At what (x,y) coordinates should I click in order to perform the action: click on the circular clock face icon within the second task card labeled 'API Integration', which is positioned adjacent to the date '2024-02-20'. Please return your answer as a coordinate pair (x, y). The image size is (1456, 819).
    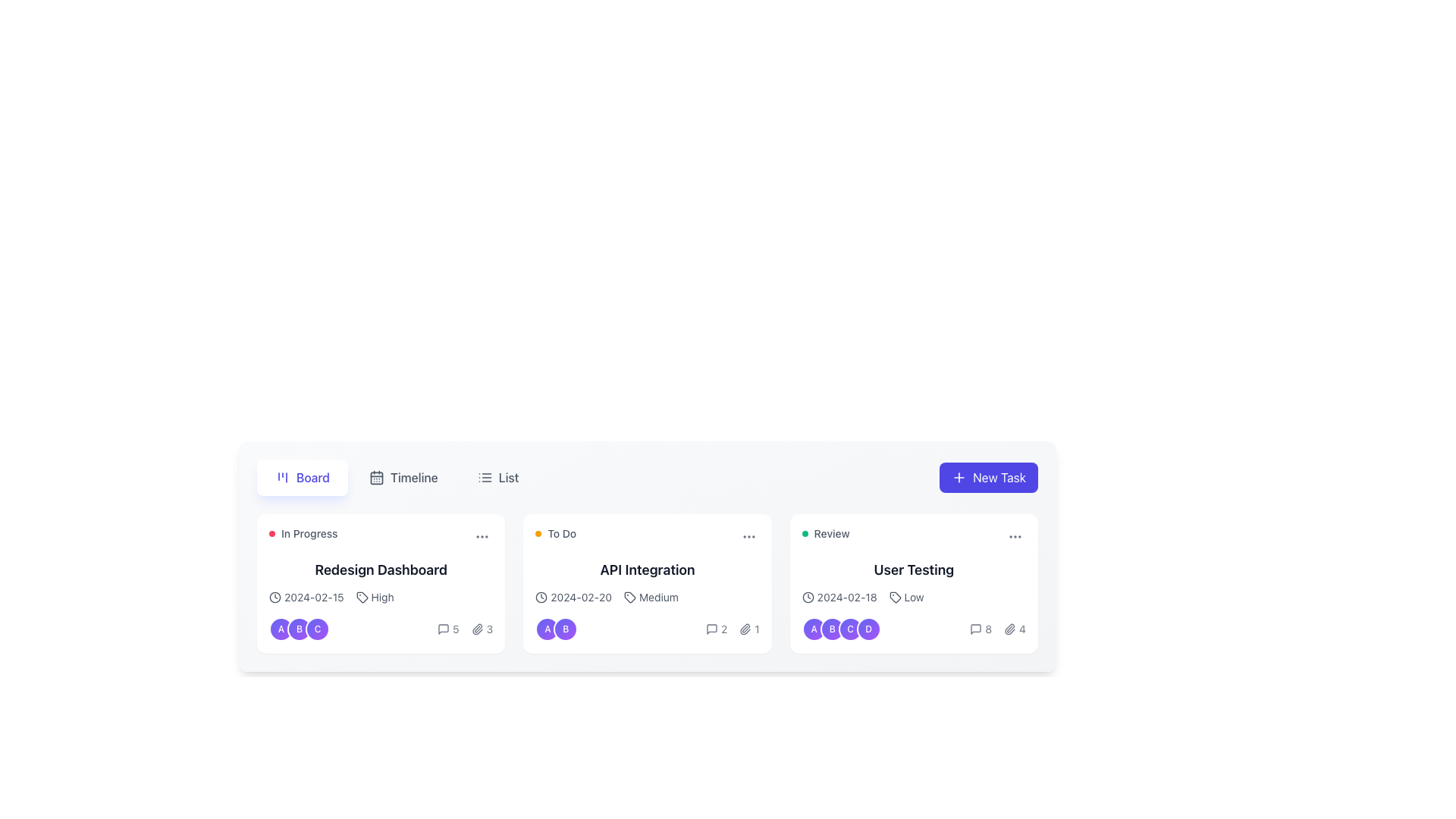
    Looking at the image, I should click on (541, 596).